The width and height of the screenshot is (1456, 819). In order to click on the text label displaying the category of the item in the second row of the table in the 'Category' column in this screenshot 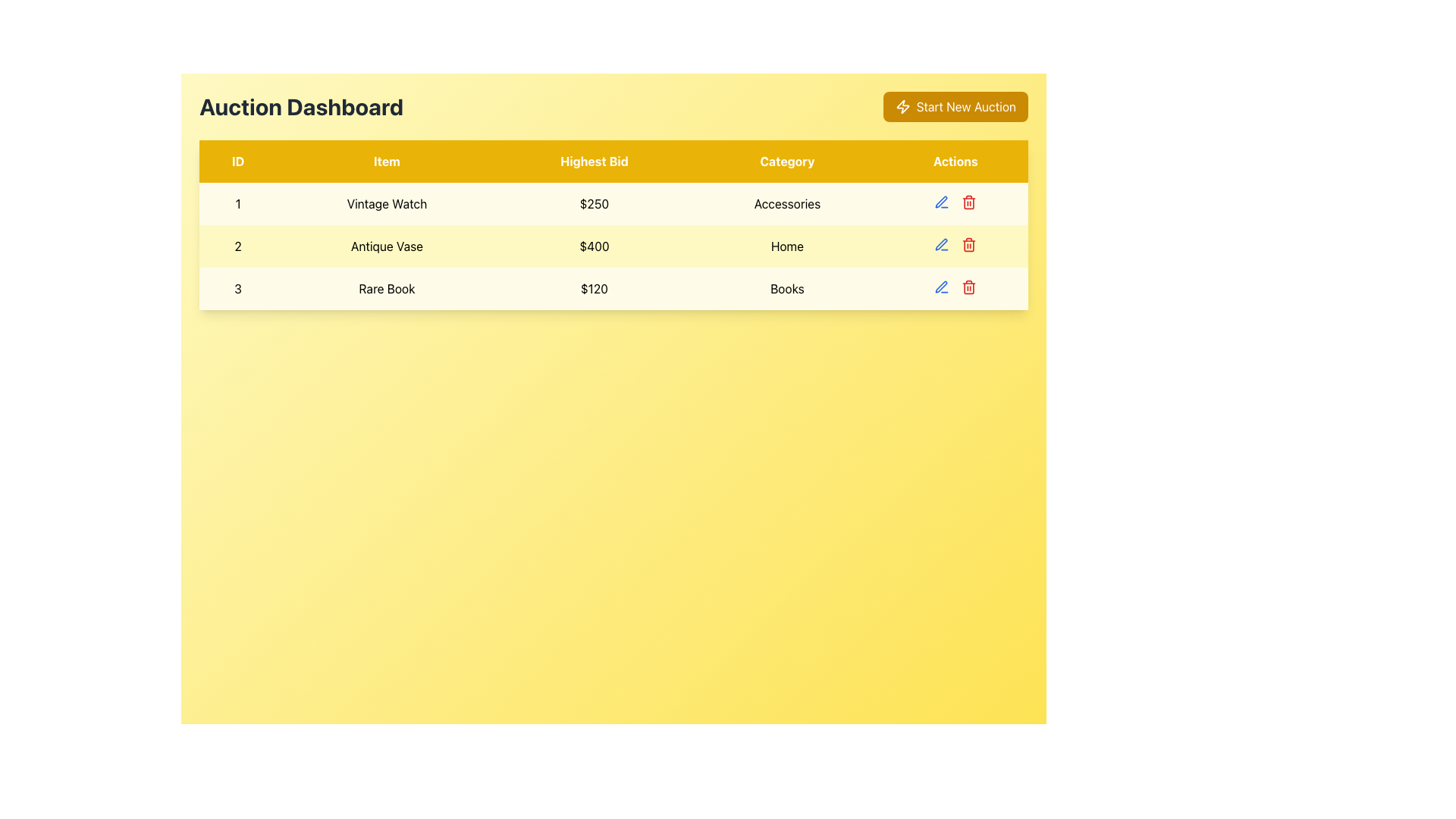, I will do `click(787, 245)`.